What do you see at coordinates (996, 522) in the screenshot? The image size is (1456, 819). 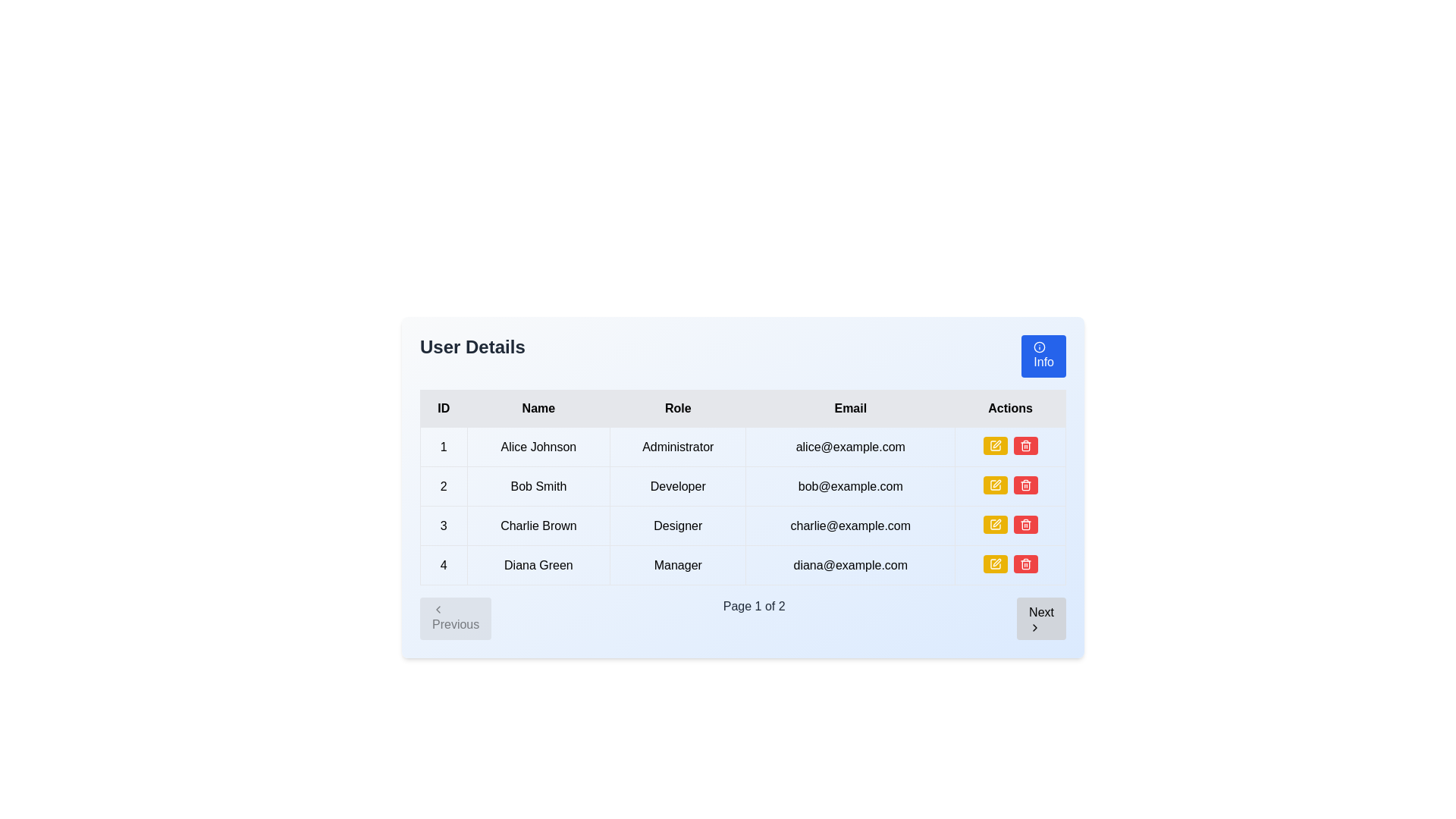 I see `the small yellow edit icon in the Actions column for user 'Charlie Brown'` at bounding box center [996, 522].